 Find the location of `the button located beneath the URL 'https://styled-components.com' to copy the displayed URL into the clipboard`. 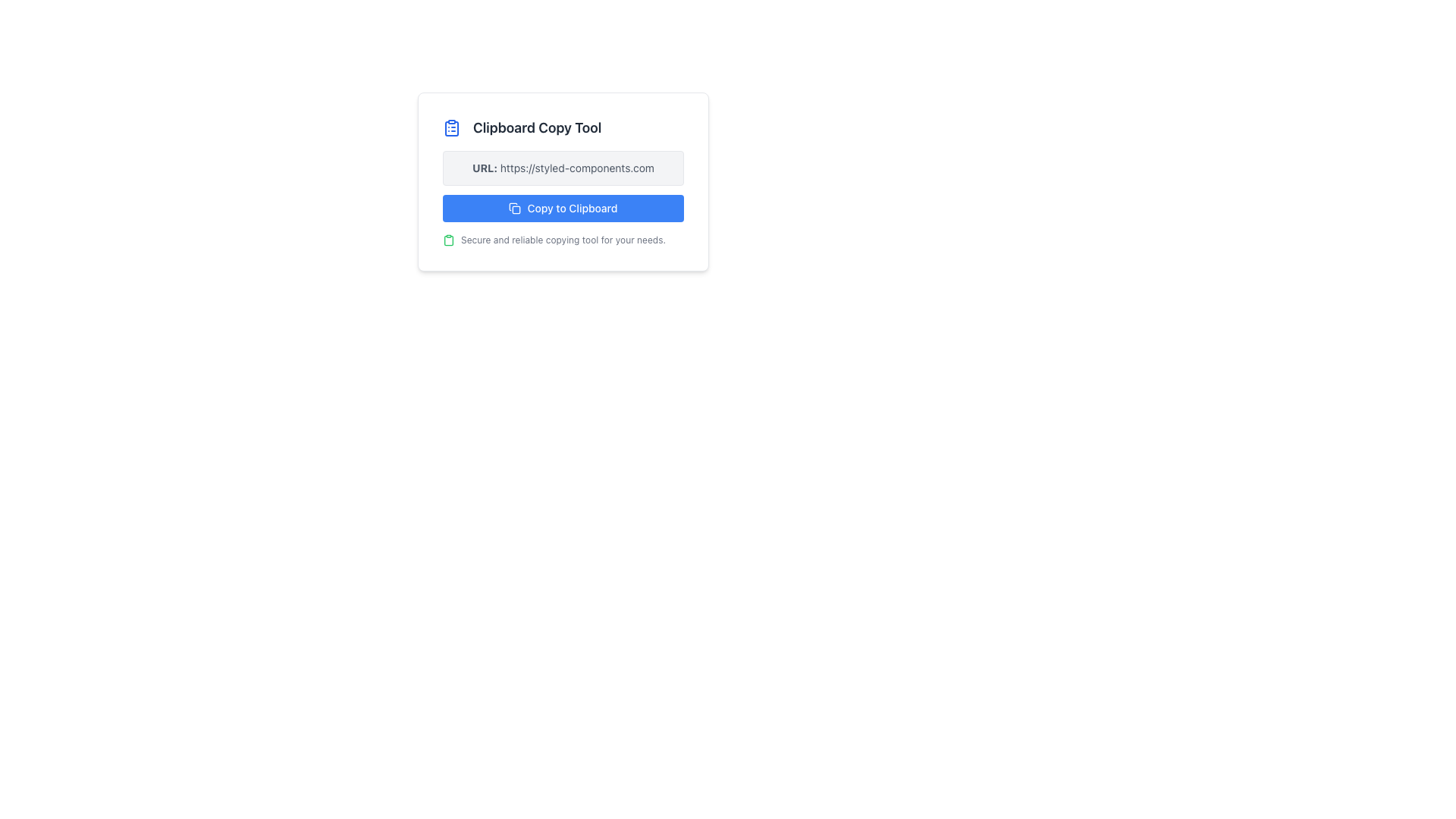

the button located beneath the URL 'https://styled-components.com' to copy the displayed URL into the clipboard is located at coordinates (563, 208).